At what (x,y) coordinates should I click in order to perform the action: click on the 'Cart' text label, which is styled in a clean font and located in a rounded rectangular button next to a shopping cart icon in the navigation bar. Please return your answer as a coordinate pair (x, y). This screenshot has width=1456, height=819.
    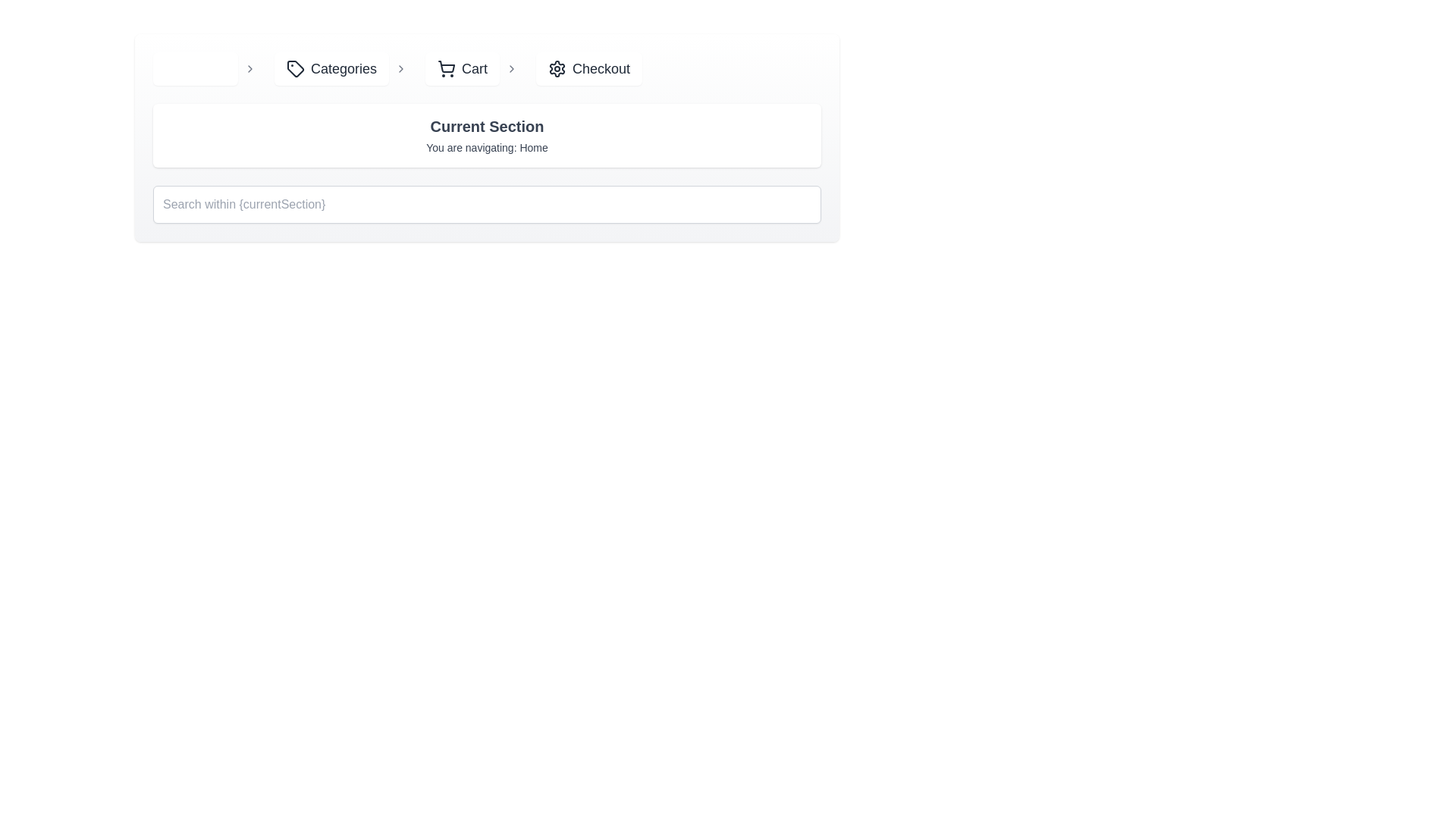
    Looking at the image, I should click on (474, 69).